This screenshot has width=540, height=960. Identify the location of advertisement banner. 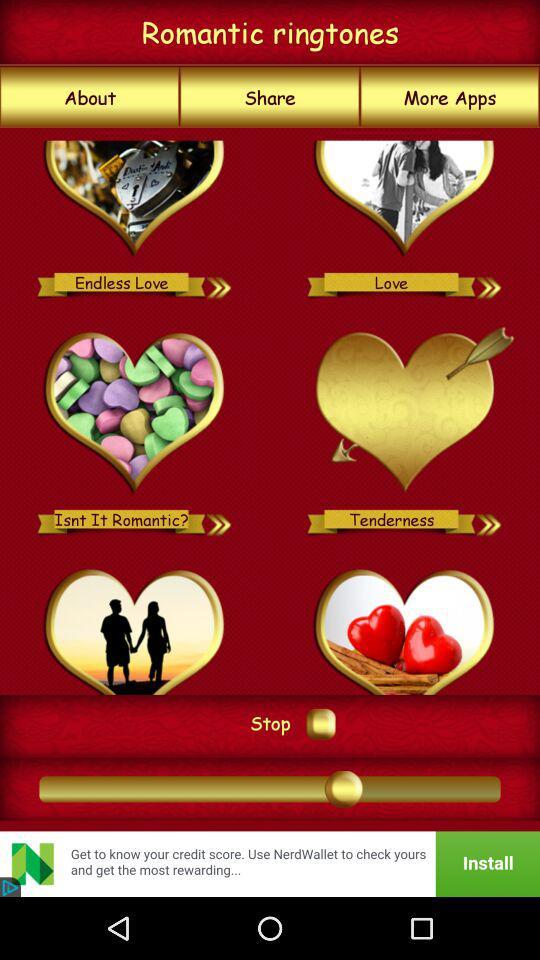
(270, 863).